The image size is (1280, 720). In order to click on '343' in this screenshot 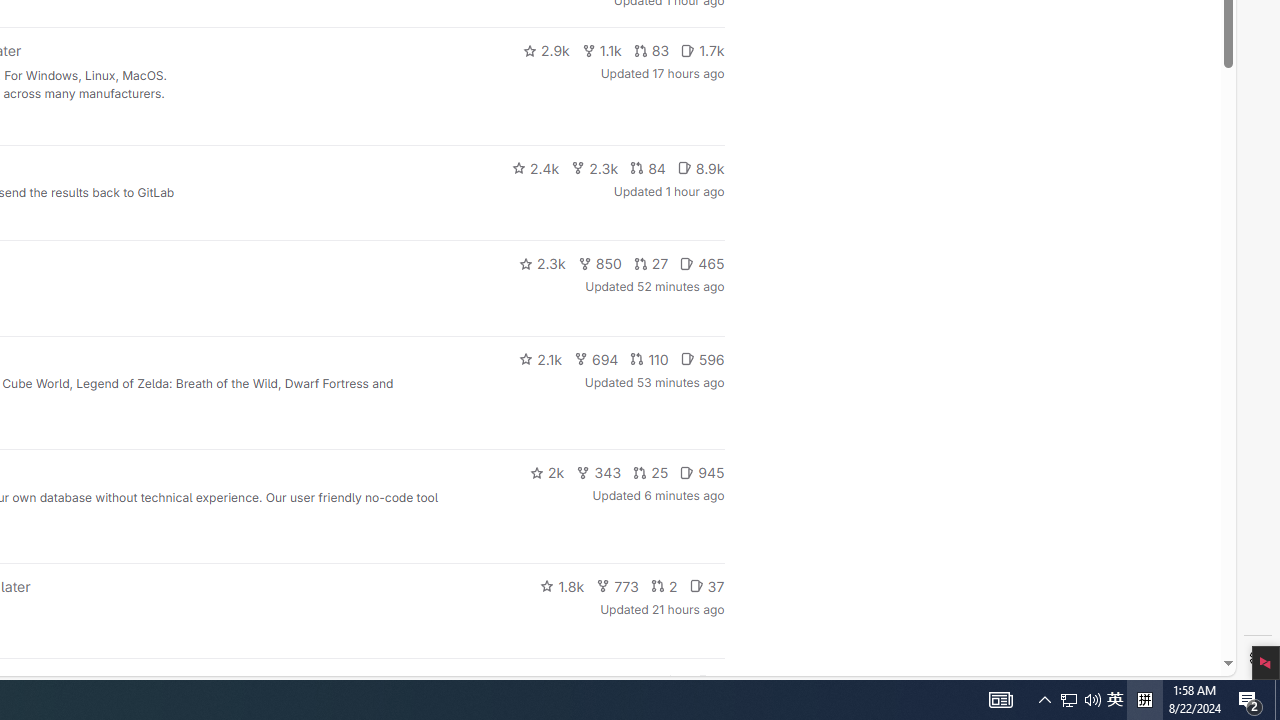, I will do `click(598, 473)`.